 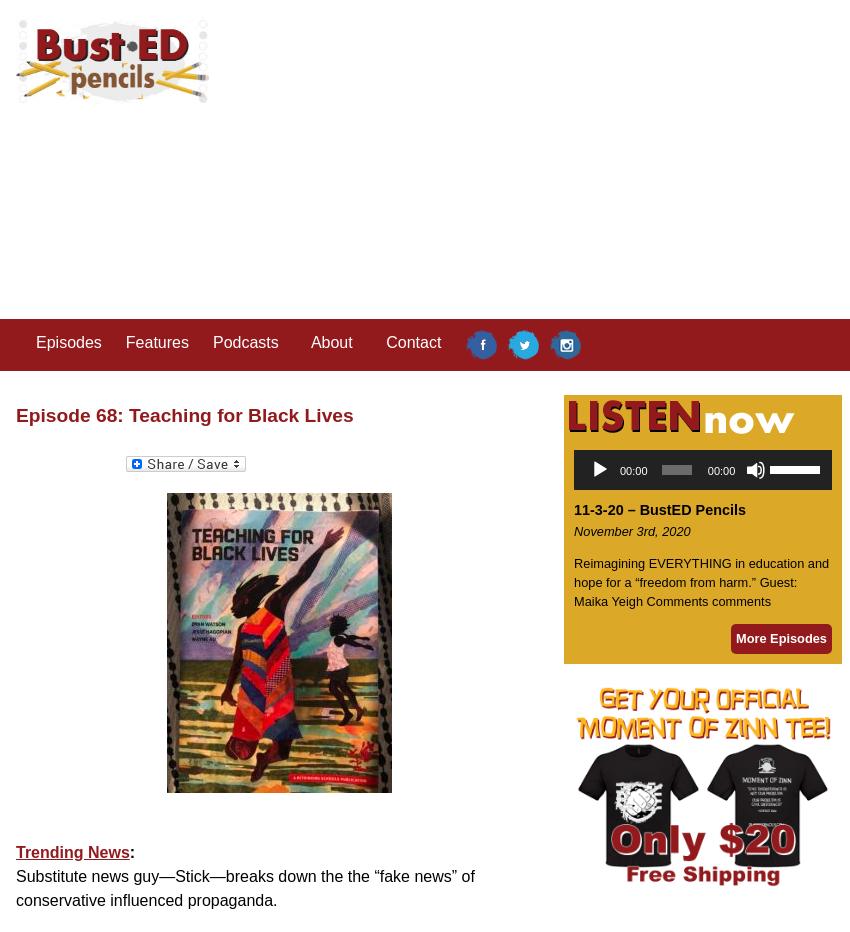 What do you see at coordinates (129, 850) in the screenshot?
I see `':'` at bounding box center [129, 850].